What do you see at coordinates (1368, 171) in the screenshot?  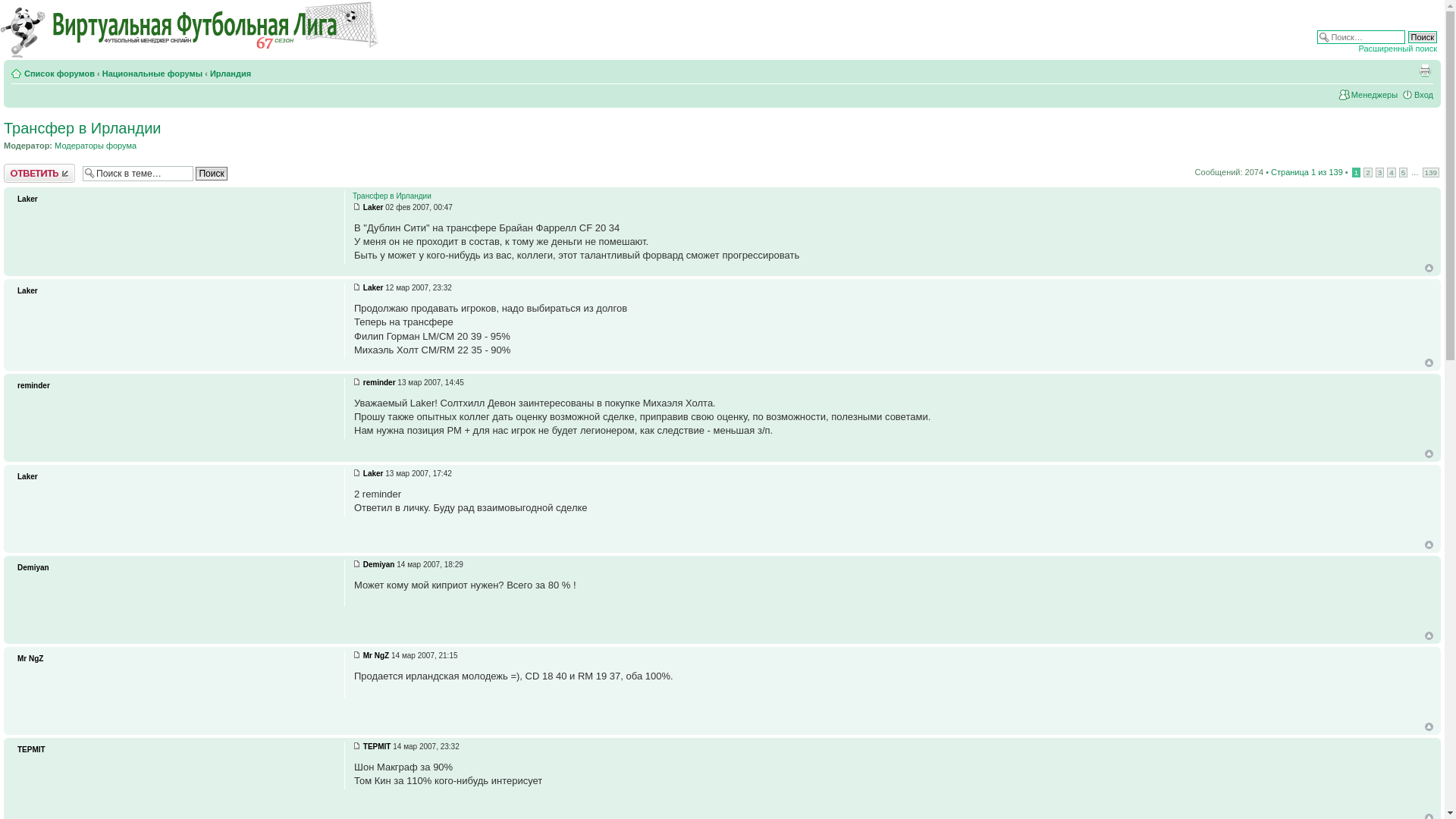 I see `'2'` at bounding box center [1368, 171].